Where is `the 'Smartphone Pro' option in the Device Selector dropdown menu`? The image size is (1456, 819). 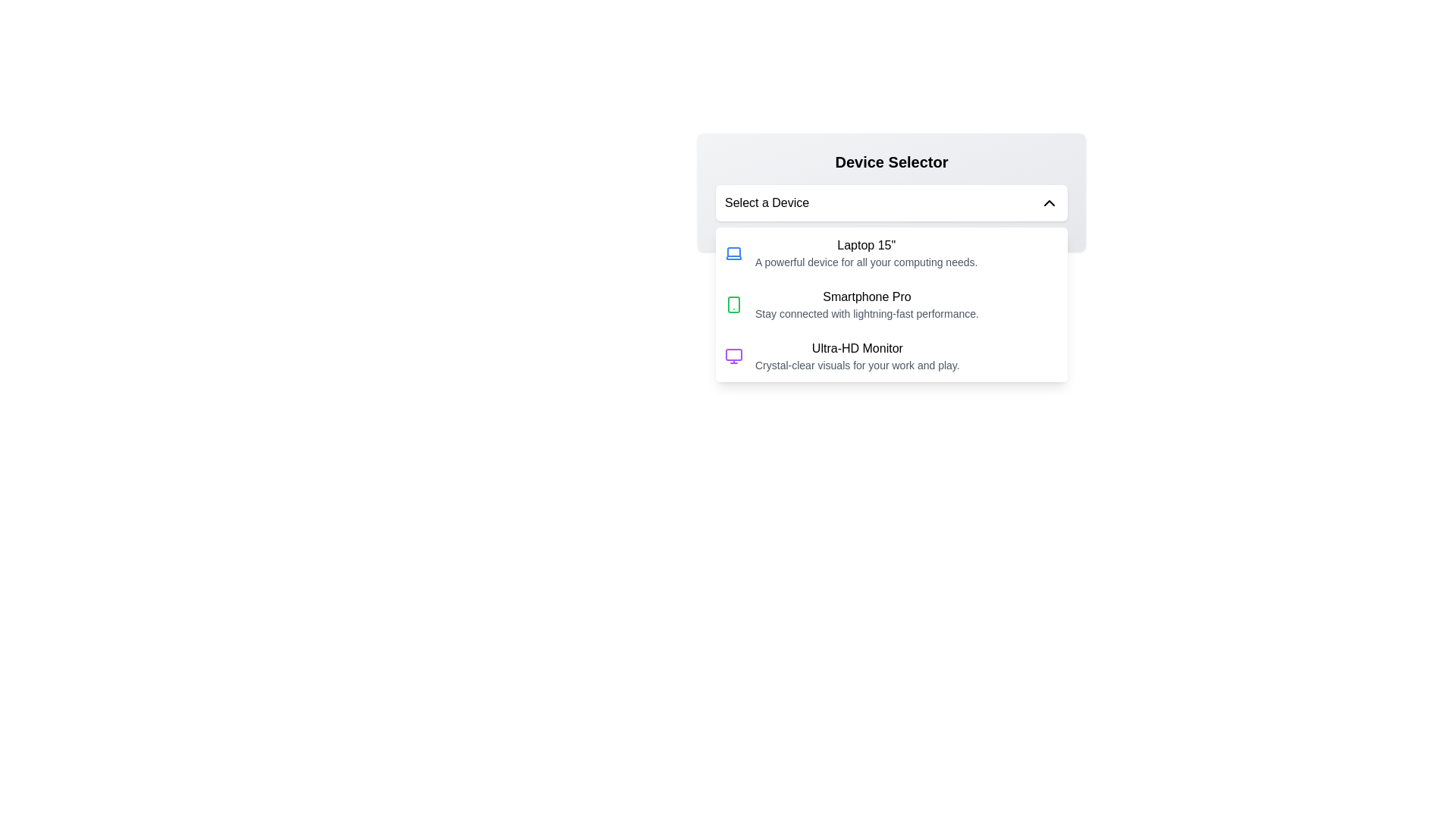
the 'Smartphone Pro' option in the Device Selector dropdown menu is located at coordinates (867, 304).